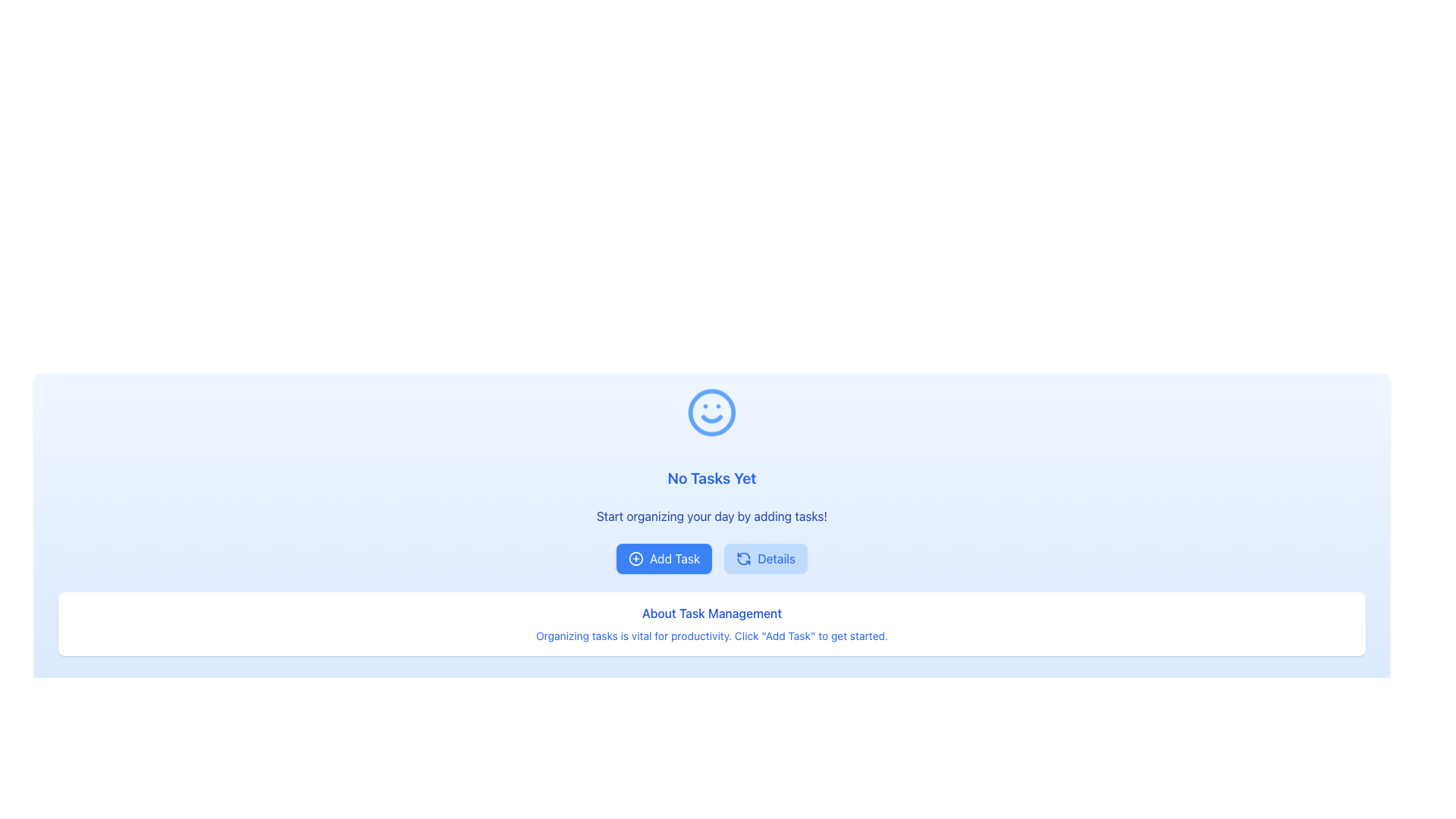 The width and height of the screenshot is (1456, 819). I want to click on the static text that provides instructions or encouragement to the user, located beneath the 'No Tasks Yet' heading and above the 'Add Task' and 'Details' buttons, so click(711, 516).